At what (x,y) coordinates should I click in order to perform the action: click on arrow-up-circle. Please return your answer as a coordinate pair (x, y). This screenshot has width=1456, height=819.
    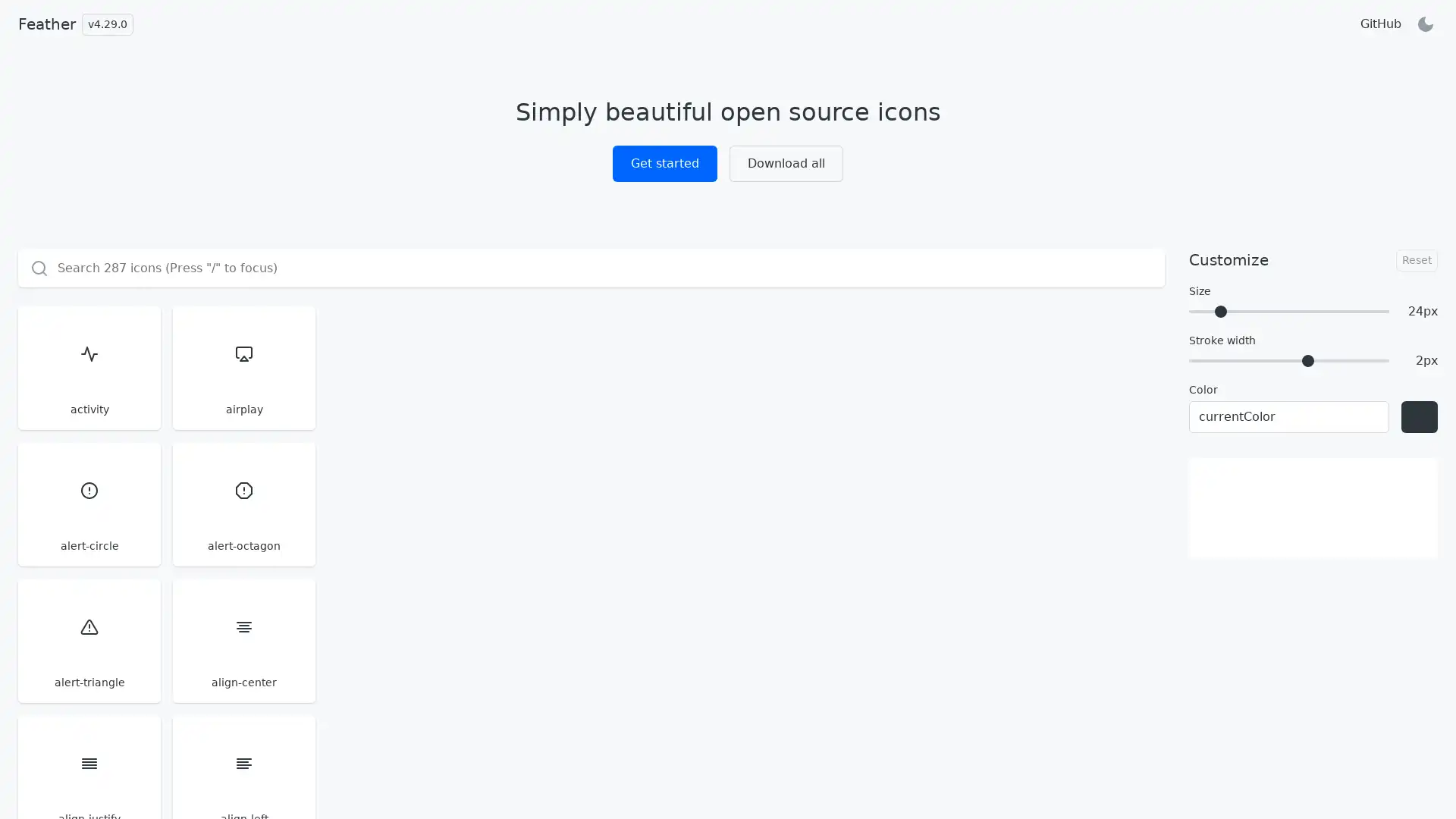
    Looking at the image, I should click on (333, 640).